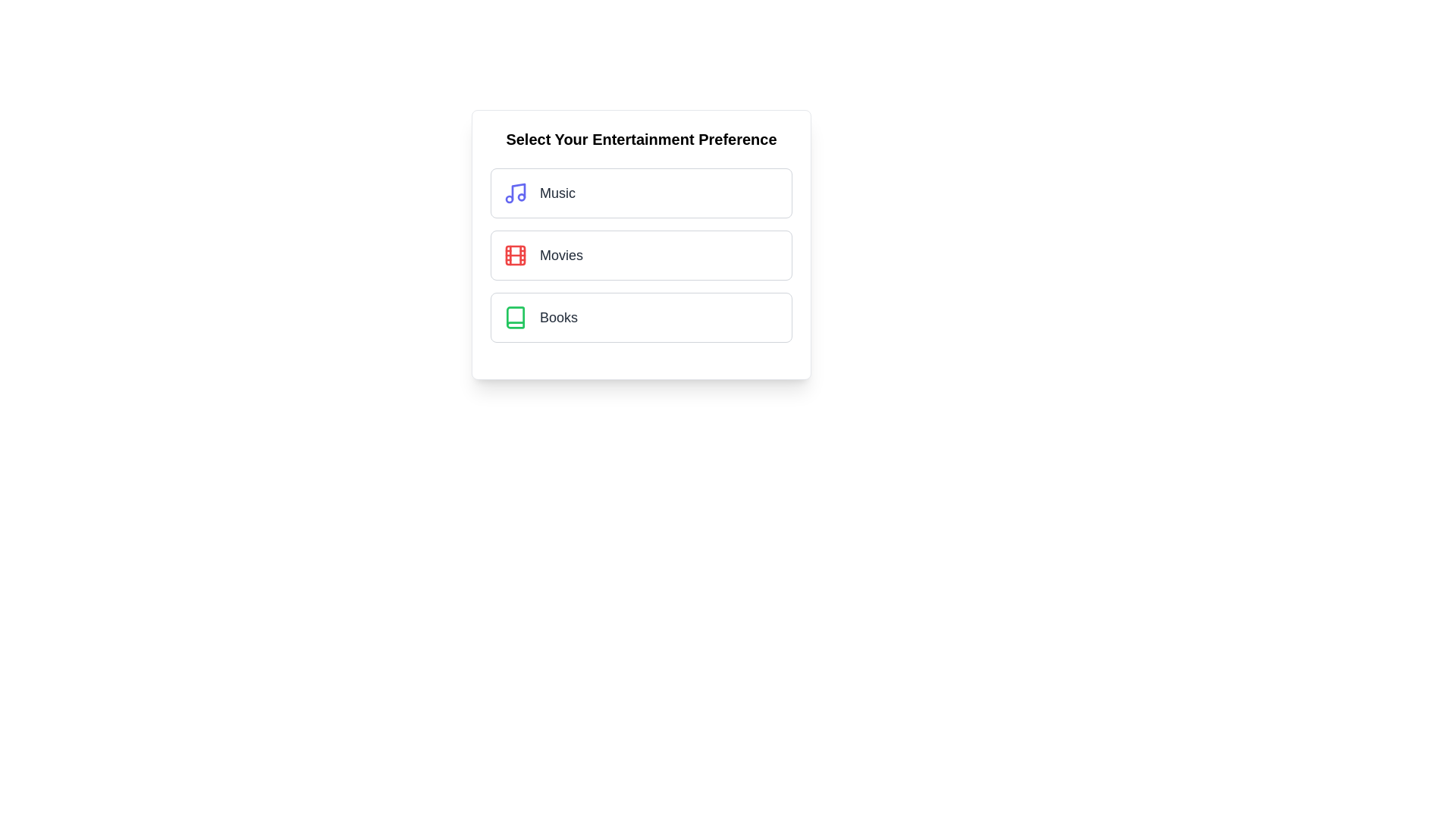  I want to click on the book icon with a green outline located to the left of the text 'Books' in the third row of the vertical list, so click(516, 317).